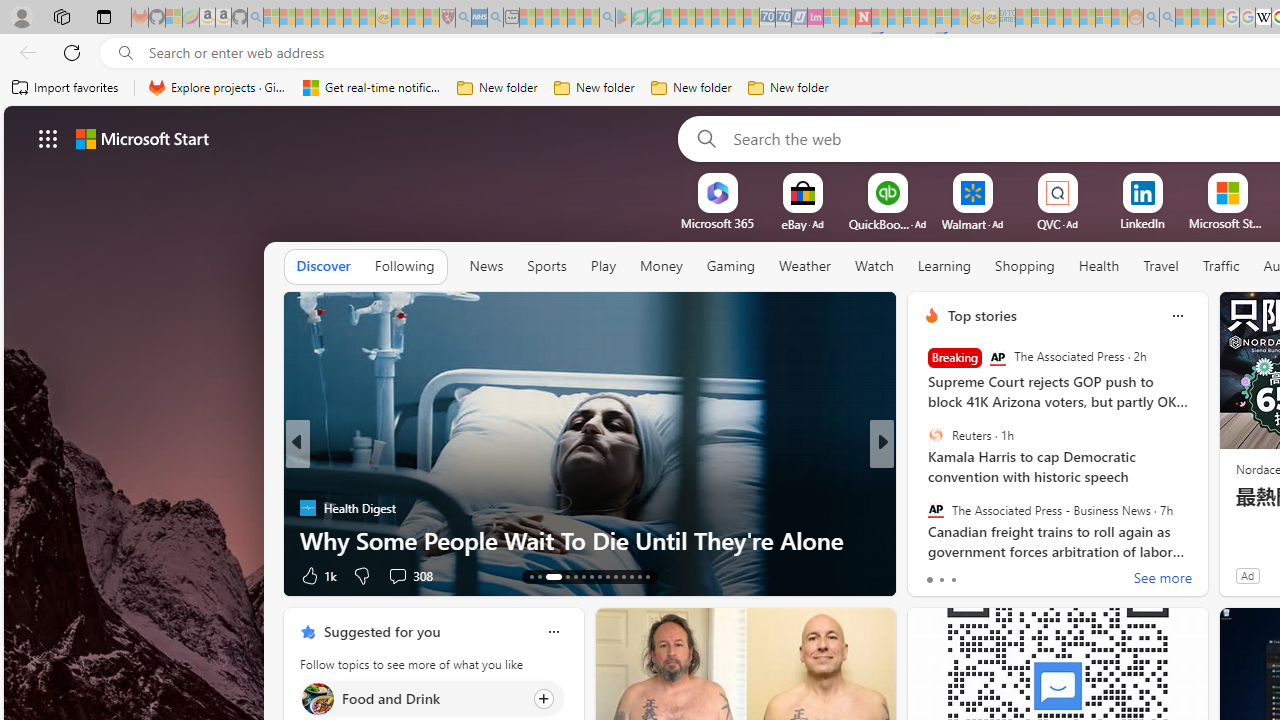  What do you see at coordinates (553, 632) in the screenshot?
I see `'Class: icon-img'` at bounding box center [553, 632].